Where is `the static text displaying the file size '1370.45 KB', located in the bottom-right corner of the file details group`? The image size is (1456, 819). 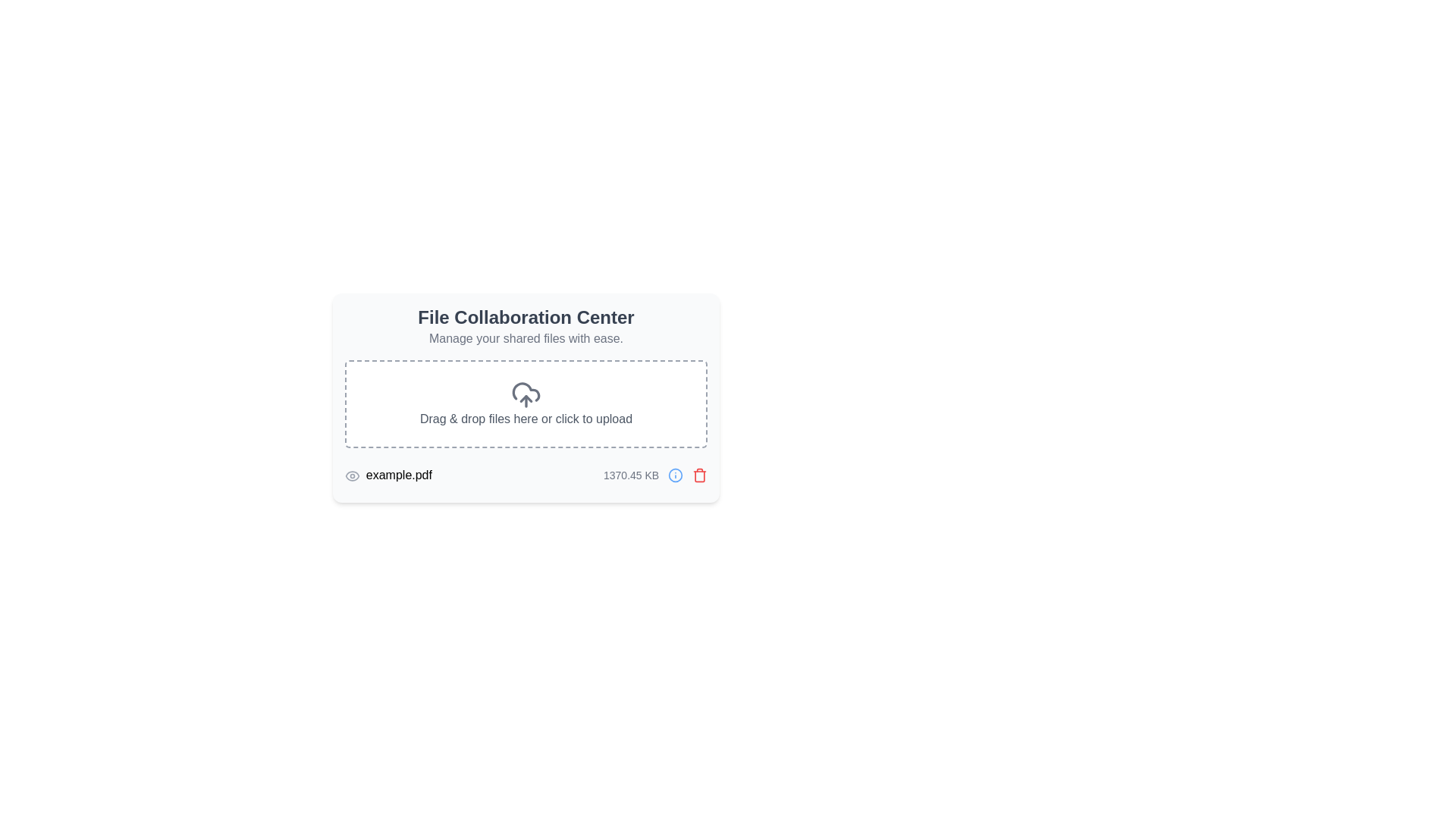 the static text displaying the file size '1370.45 KB', located in the bottom-right corner of the file details group is located at coordinates (631, 475).